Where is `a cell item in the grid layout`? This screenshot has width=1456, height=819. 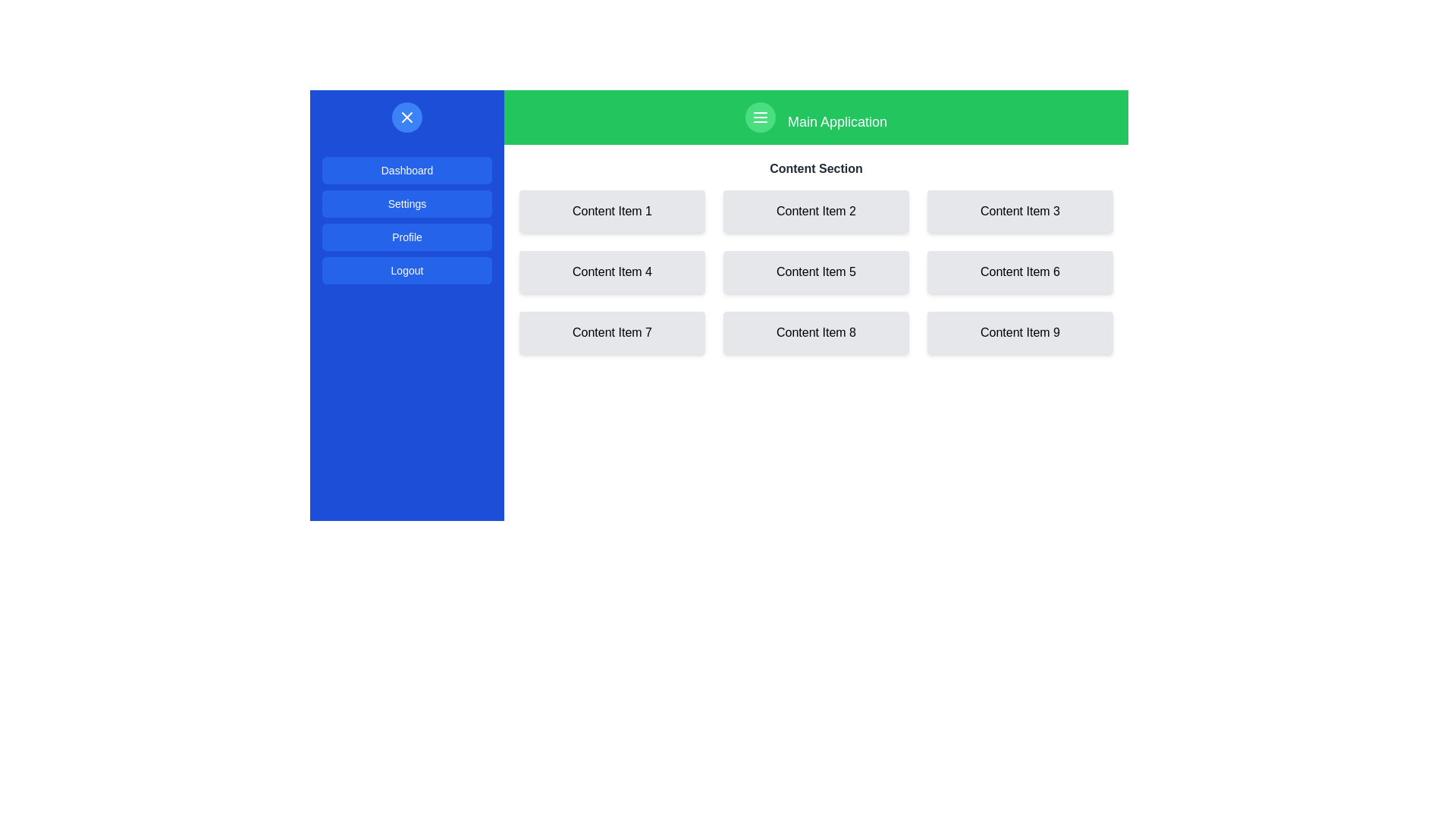
a cell item in the grid layout is located at coordinates (815, 271).